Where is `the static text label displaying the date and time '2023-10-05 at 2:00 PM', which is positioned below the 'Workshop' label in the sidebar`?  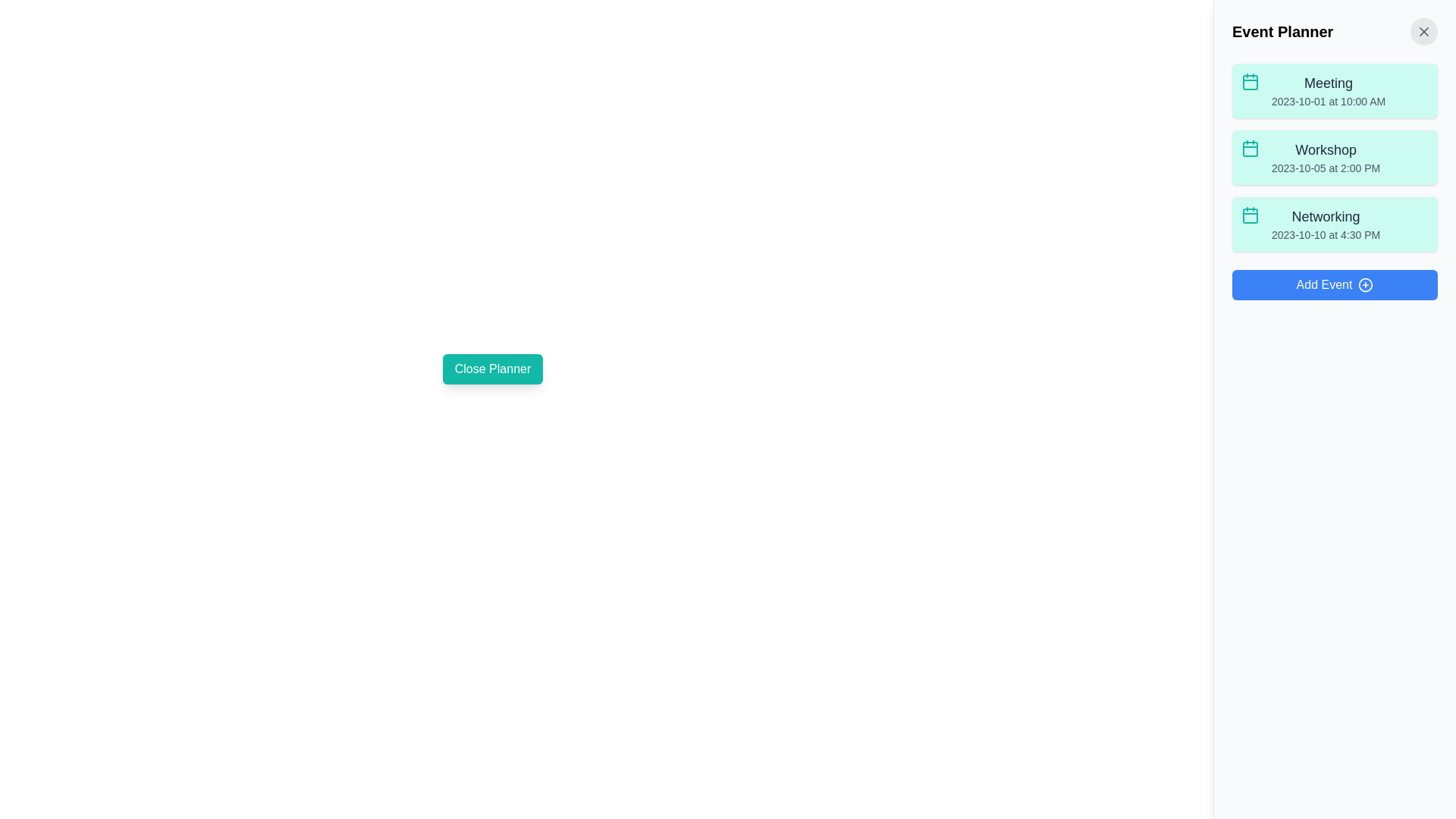
the static text label displaying the date and time '2023-10-05 at 2:00 PM', which is positioned below the 'Workshop' label in the sidebar is located at coordinates (1325, 168).